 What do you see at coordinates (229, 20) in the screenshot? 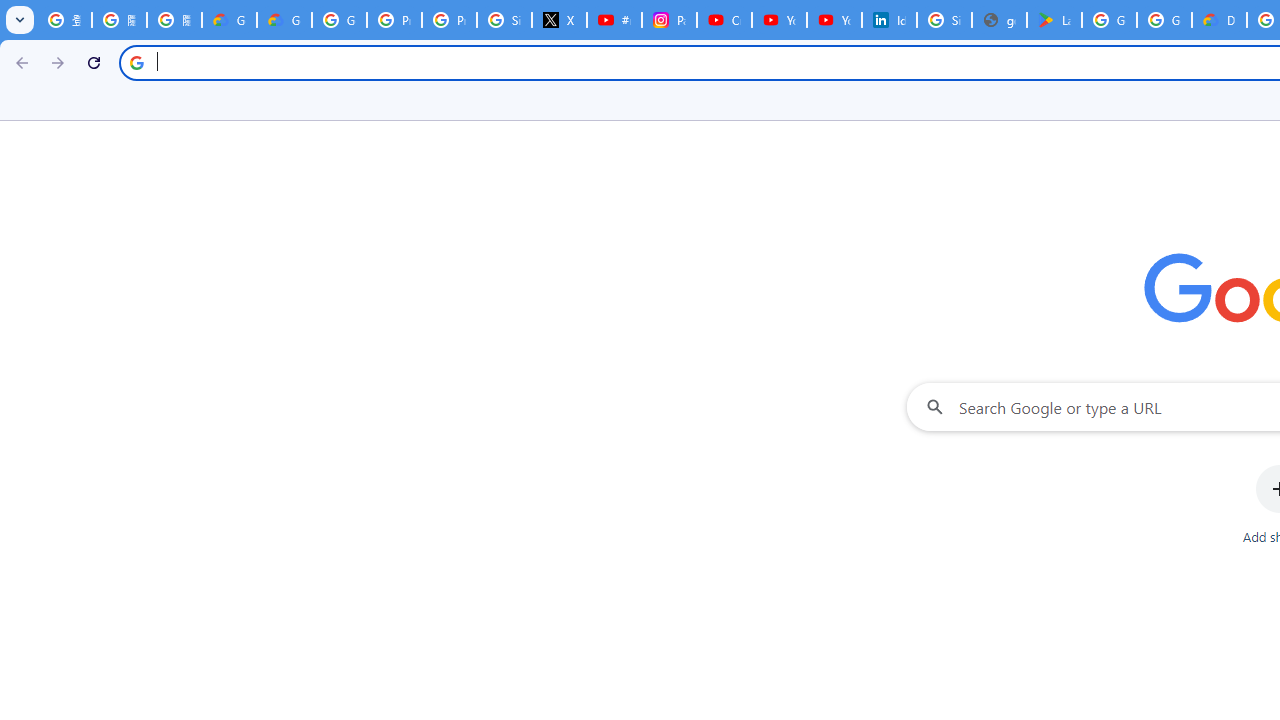
I see `'Google Cloud Privacy Notice'` at bounding box center [229, 20].